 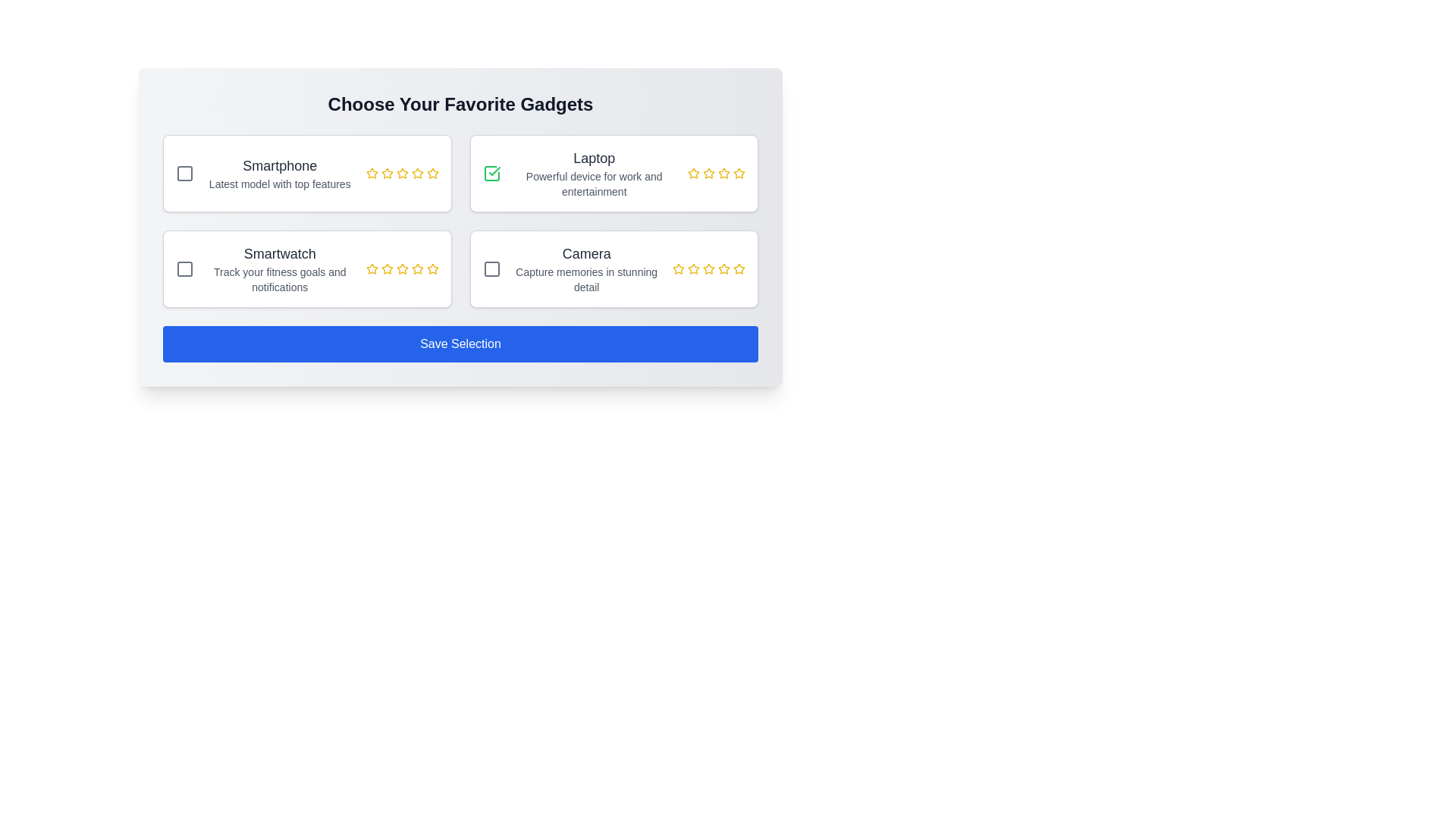 I want to click on the yellow outlined star icon used for rating, which is the second icon in a row of five stars located under the 'Smartwatch' category in the bottom left section of the content layout, so click(x=387, y=268).